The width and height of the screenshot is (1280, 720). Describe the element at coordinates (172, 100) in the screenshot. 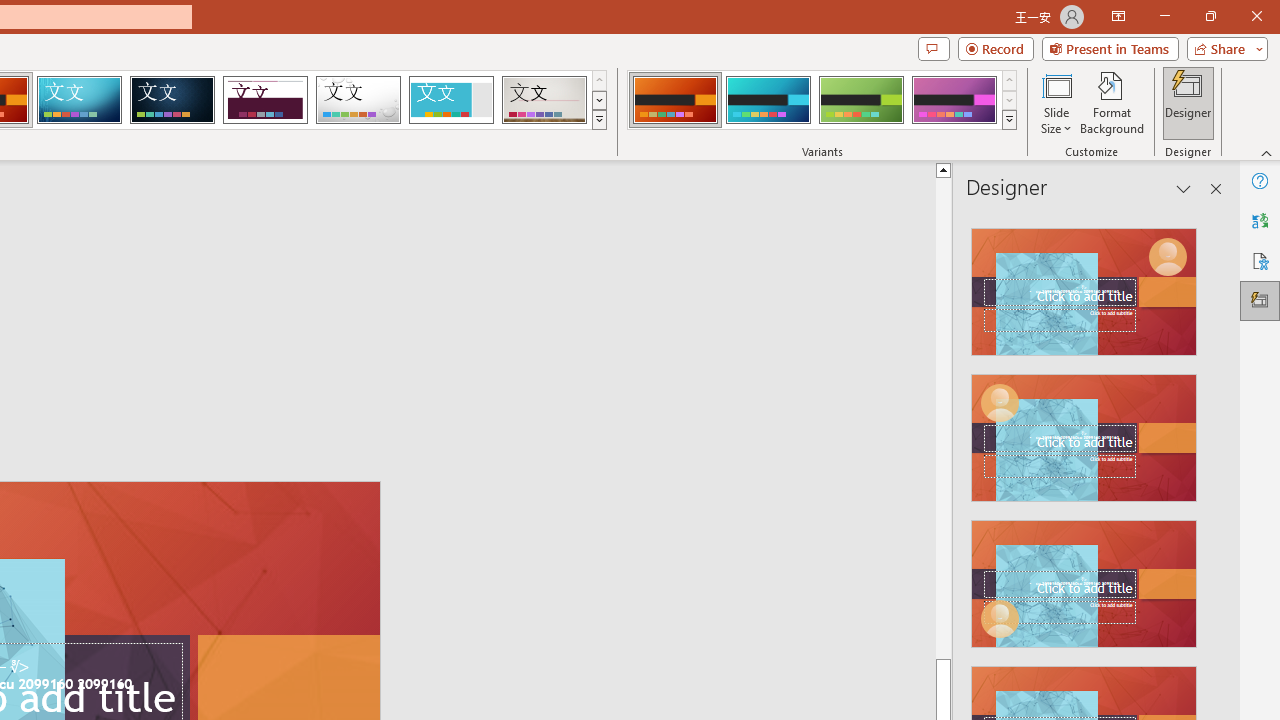

I see `'Damask'` at that location.